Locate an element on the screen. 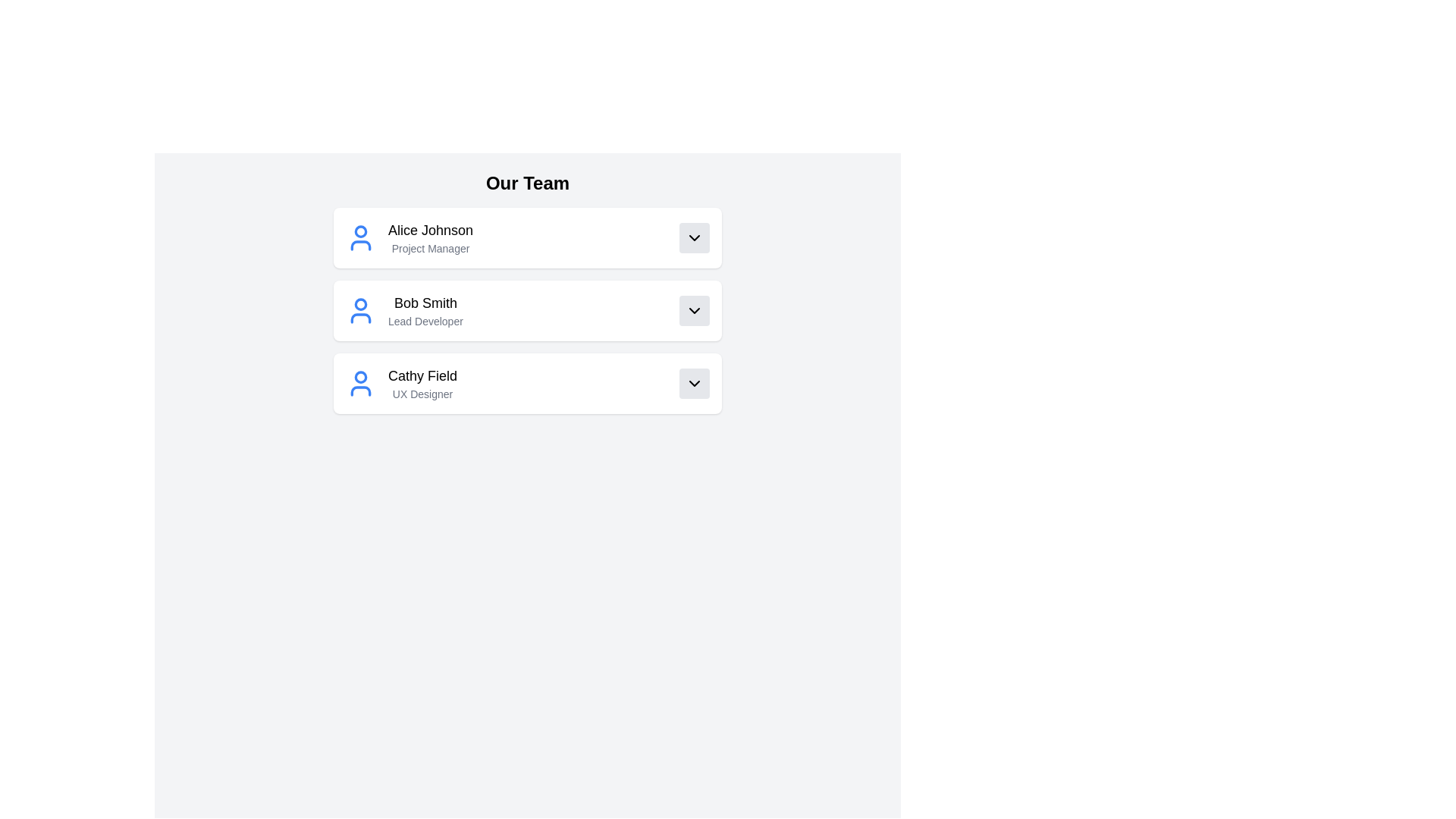 Image resolution: width=1456 pixels, height=819 pixels. the chevron down icon within the button for 'Bob Smith - Lead Developer' is located at coordinates (694, 309).